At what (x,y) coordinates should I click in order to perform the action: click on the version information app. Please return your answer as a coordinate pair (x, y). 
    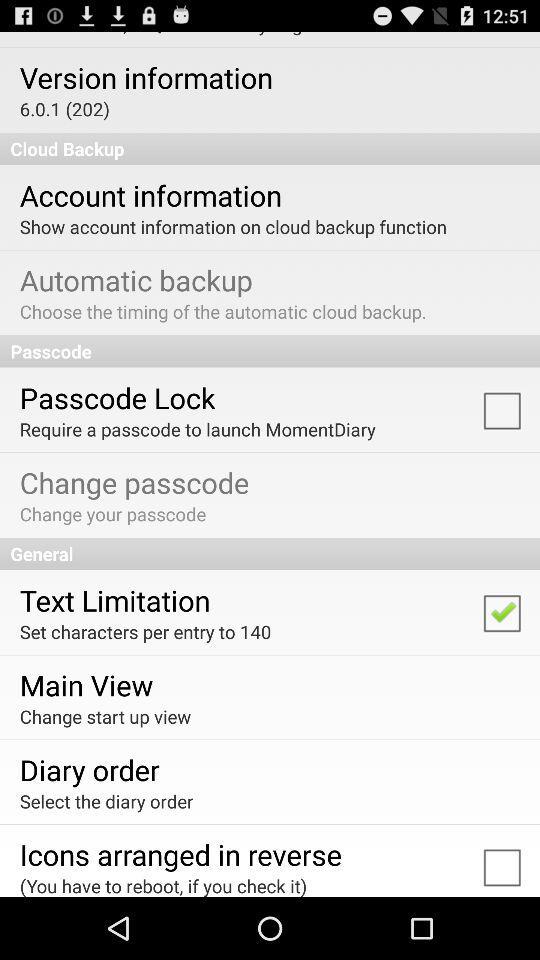
    Looking at the image, I should click on (145, 77).